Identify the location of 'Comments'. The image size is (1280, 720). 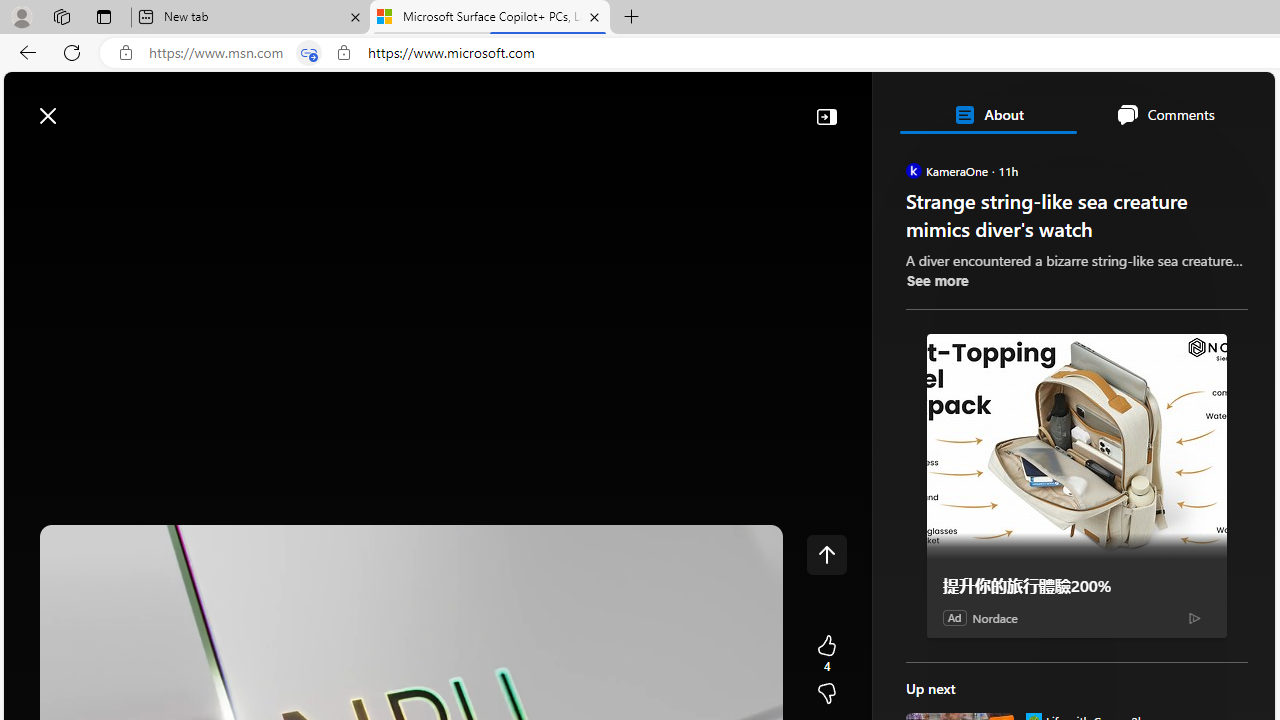
(1165, 114).